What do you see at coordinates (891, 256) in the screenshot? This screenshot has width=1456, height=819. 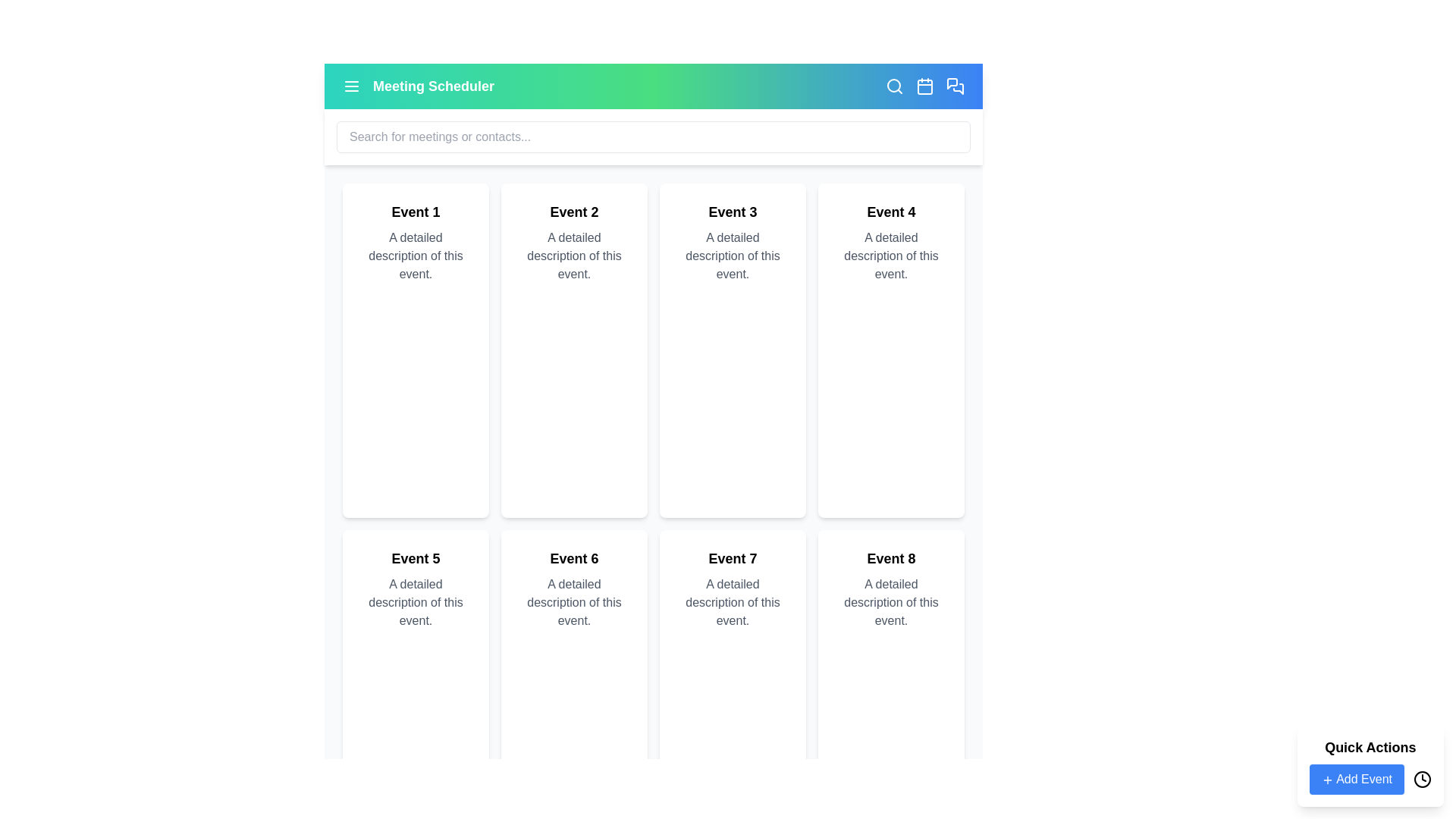 I see `text that states 'A detailed description of this event.' located beneath the title in the card labeled 'Event 4'` at bounding box center [891, 256].